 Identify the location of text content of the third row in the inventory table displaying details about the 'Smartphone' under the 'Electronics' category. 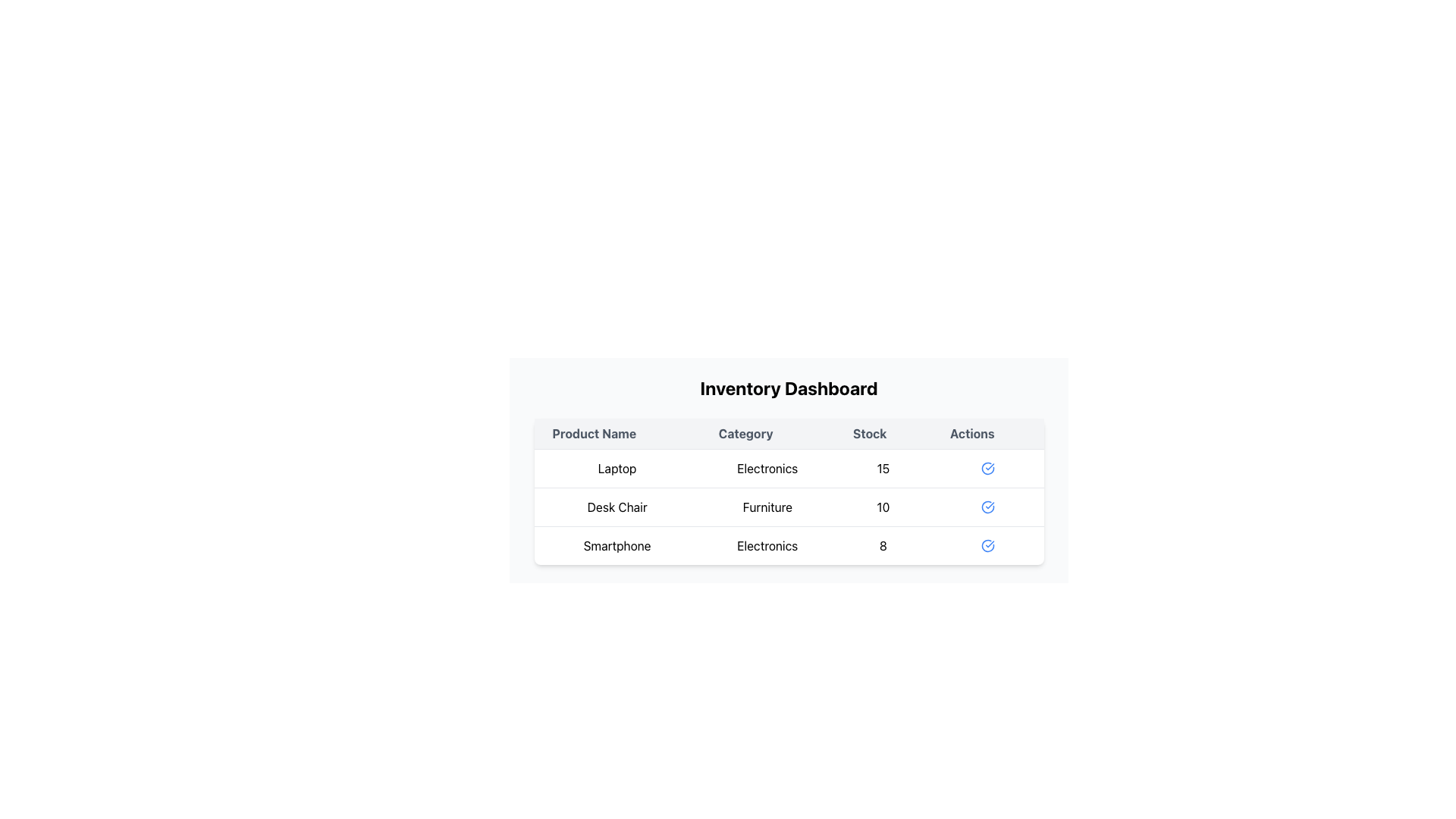
(789, 544).